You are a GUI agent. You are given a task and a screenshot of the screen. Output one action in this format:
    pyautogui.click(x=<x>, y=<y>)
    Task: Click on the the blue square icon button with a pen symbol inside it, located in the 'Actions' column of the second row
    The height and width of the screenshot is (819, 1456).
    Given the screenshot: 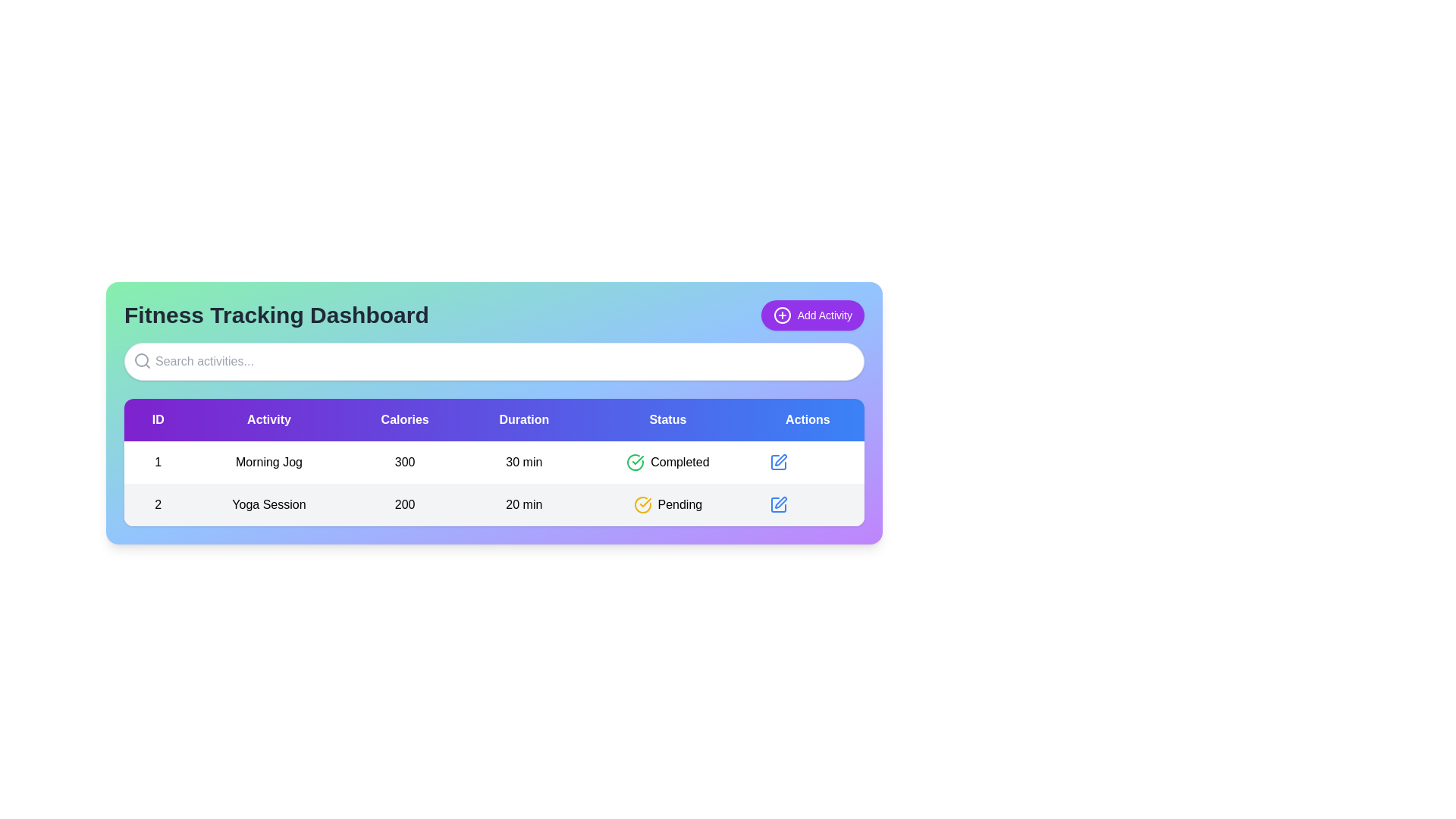 What is the action you would take?
    pyautogui.click(x=778, y=505)
    